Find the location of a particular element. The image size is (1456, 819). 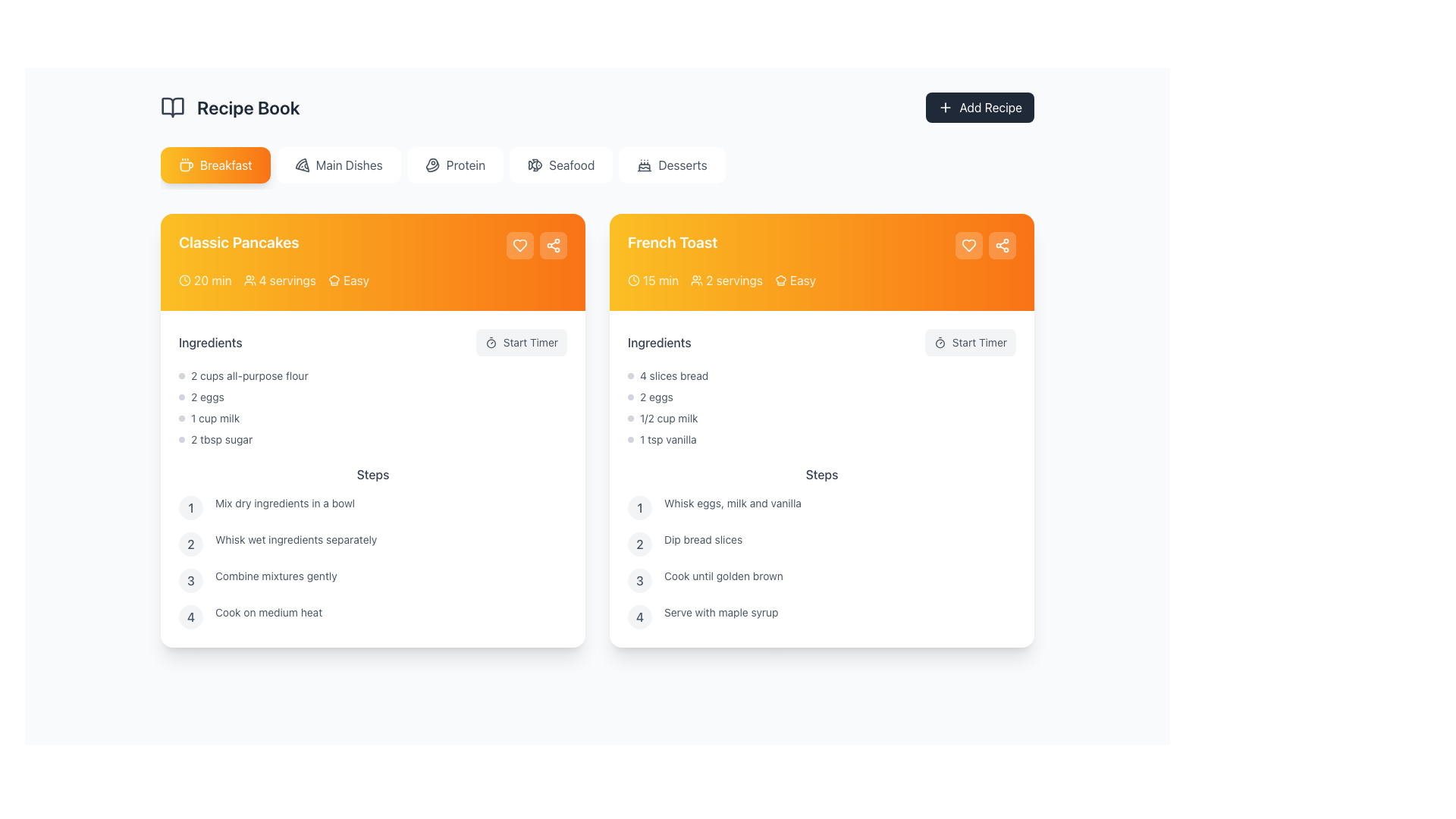

the plus symbol SVG icon located within the 'Add Recipe' button in the header area above the recipe cards is located at coordinates (945, 107).